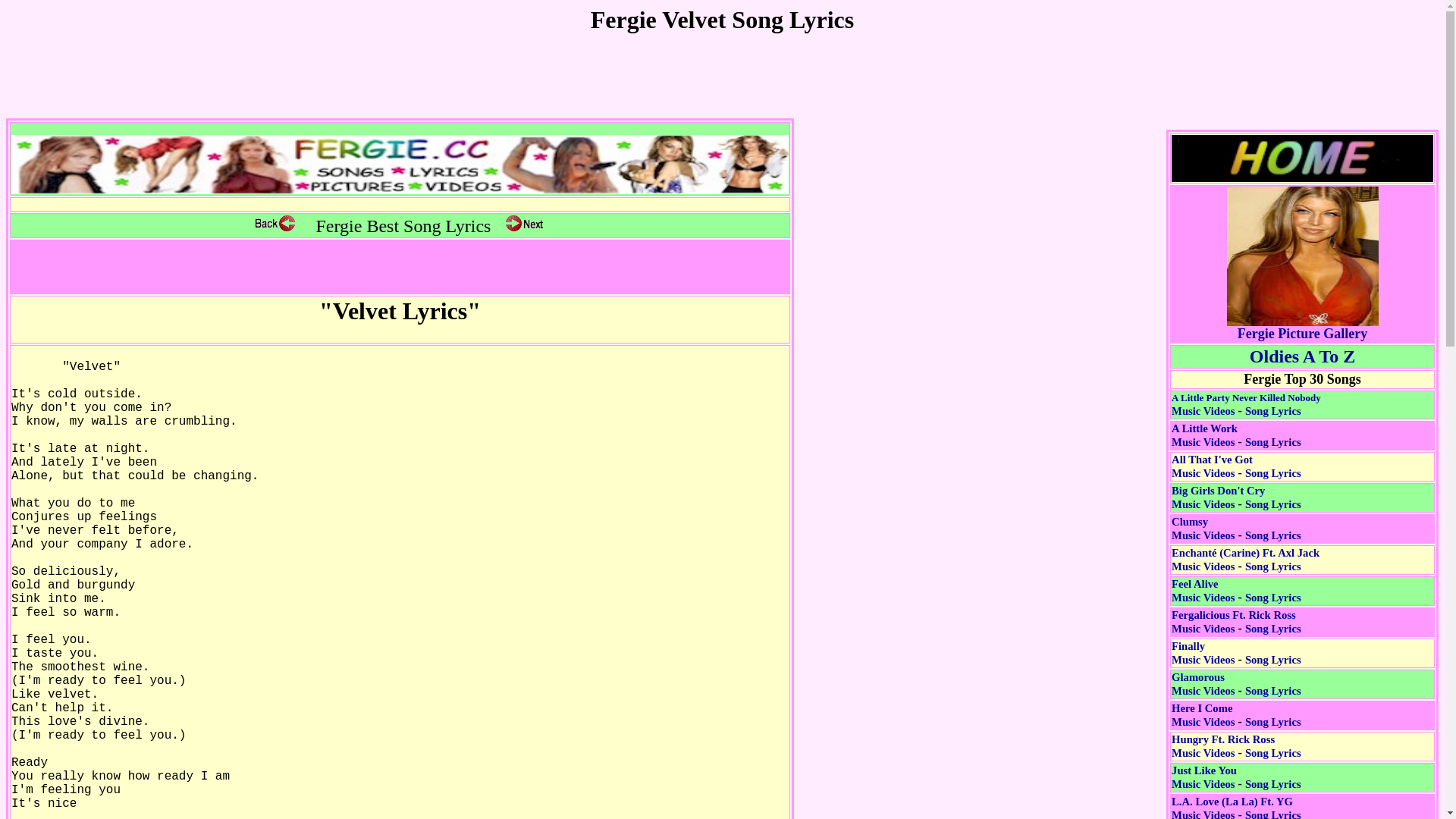 This screenshot has height=819, width=1456. I want to click on 'Fergalicious Ft. Rick Ross, so click(1234, 622).